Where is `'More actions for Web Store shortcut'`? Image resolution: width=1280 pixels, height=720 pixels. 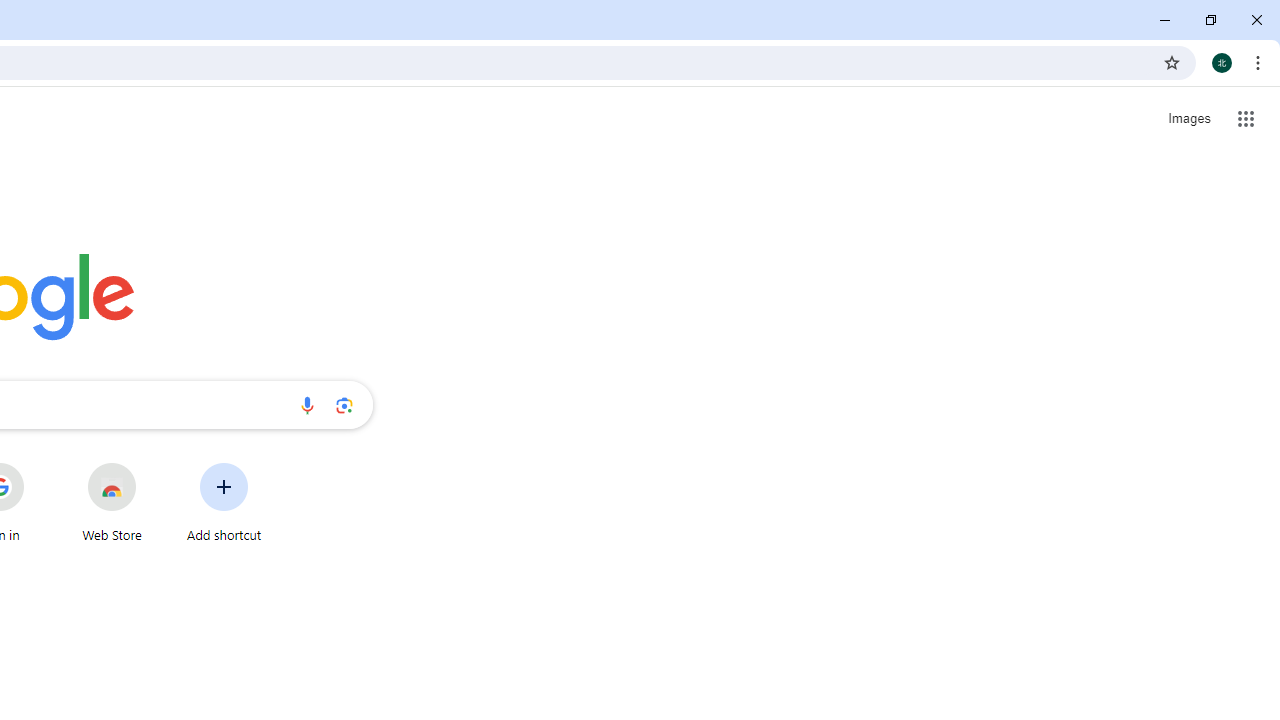 'More actions for Web Store shortcut' is located at coordinates (151, 464).